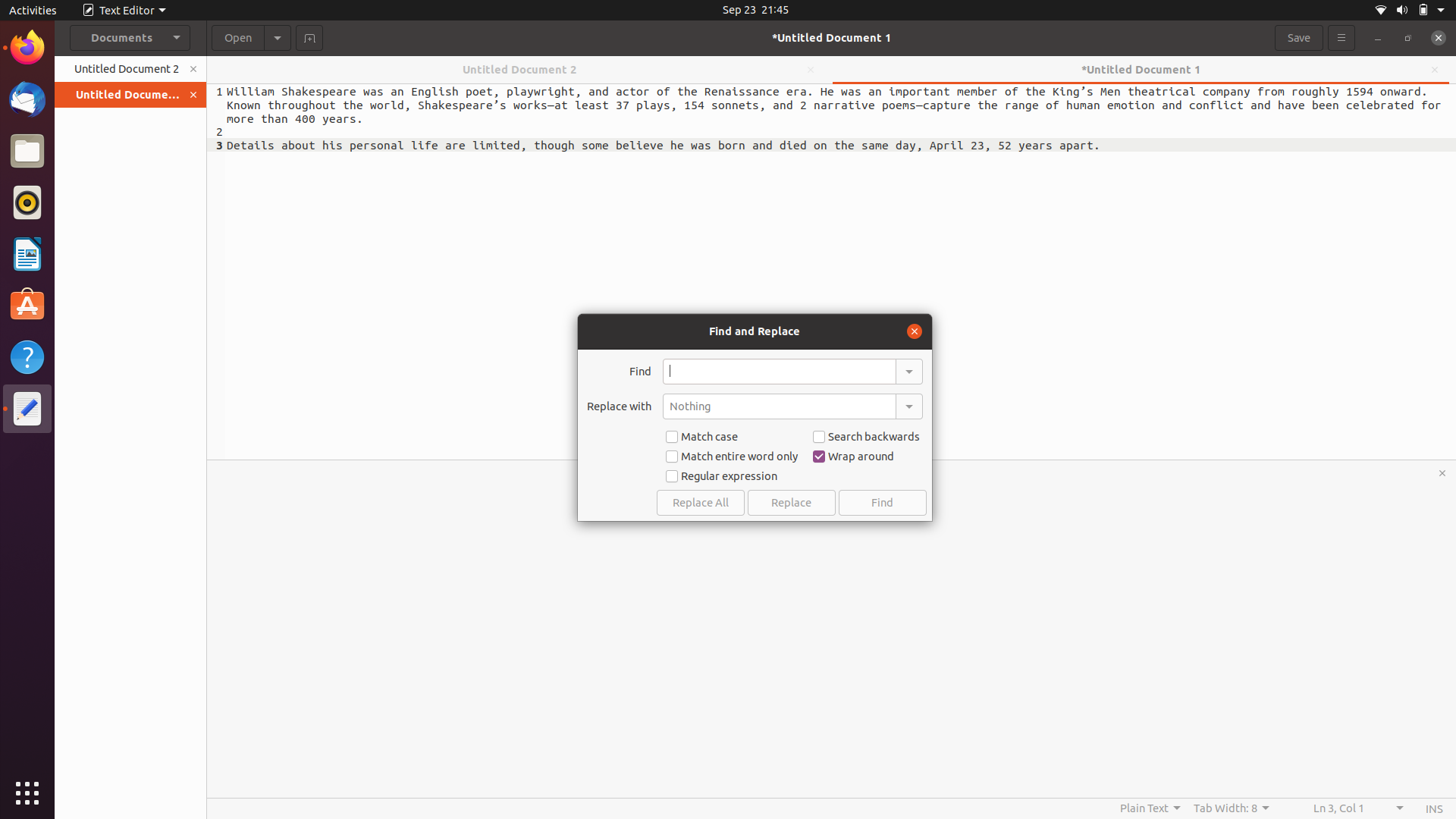  What do you see at coordinates (779, 371) in the screenshot?
I see `Search for the term "shakespeare" within the document` at bounding box center [779, 371].